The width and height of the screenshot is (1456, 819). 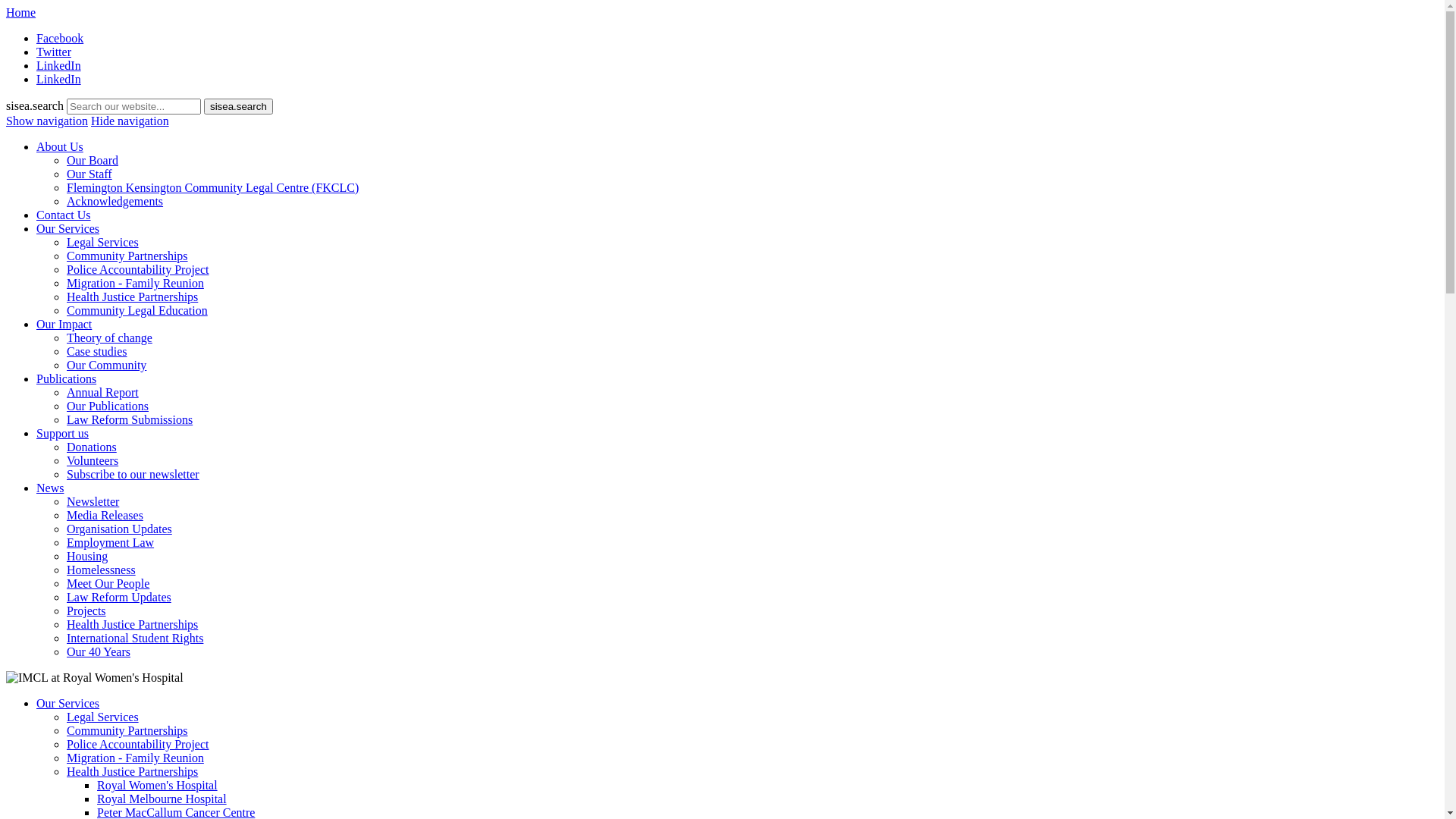 What do you see at coordinates (96, 351) in the screenshot?
I see `'Case studies'` at bounding box center [96, 351].